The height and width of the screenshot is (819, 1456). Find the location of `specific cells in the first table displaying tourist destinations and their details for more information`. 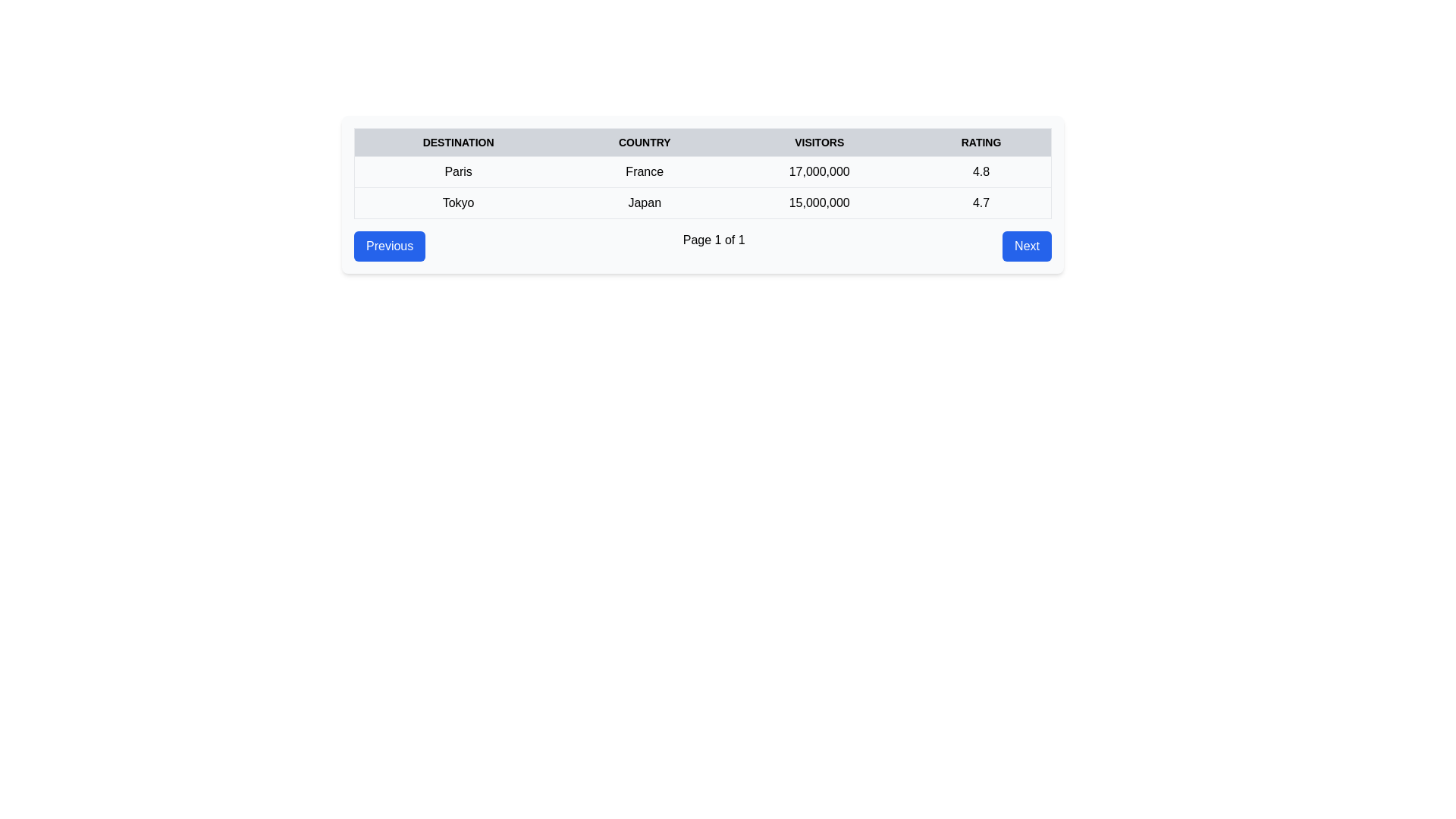

specific cells in the first table displaying tourist destinations and their details for more information is located at coordinates (701, 194).